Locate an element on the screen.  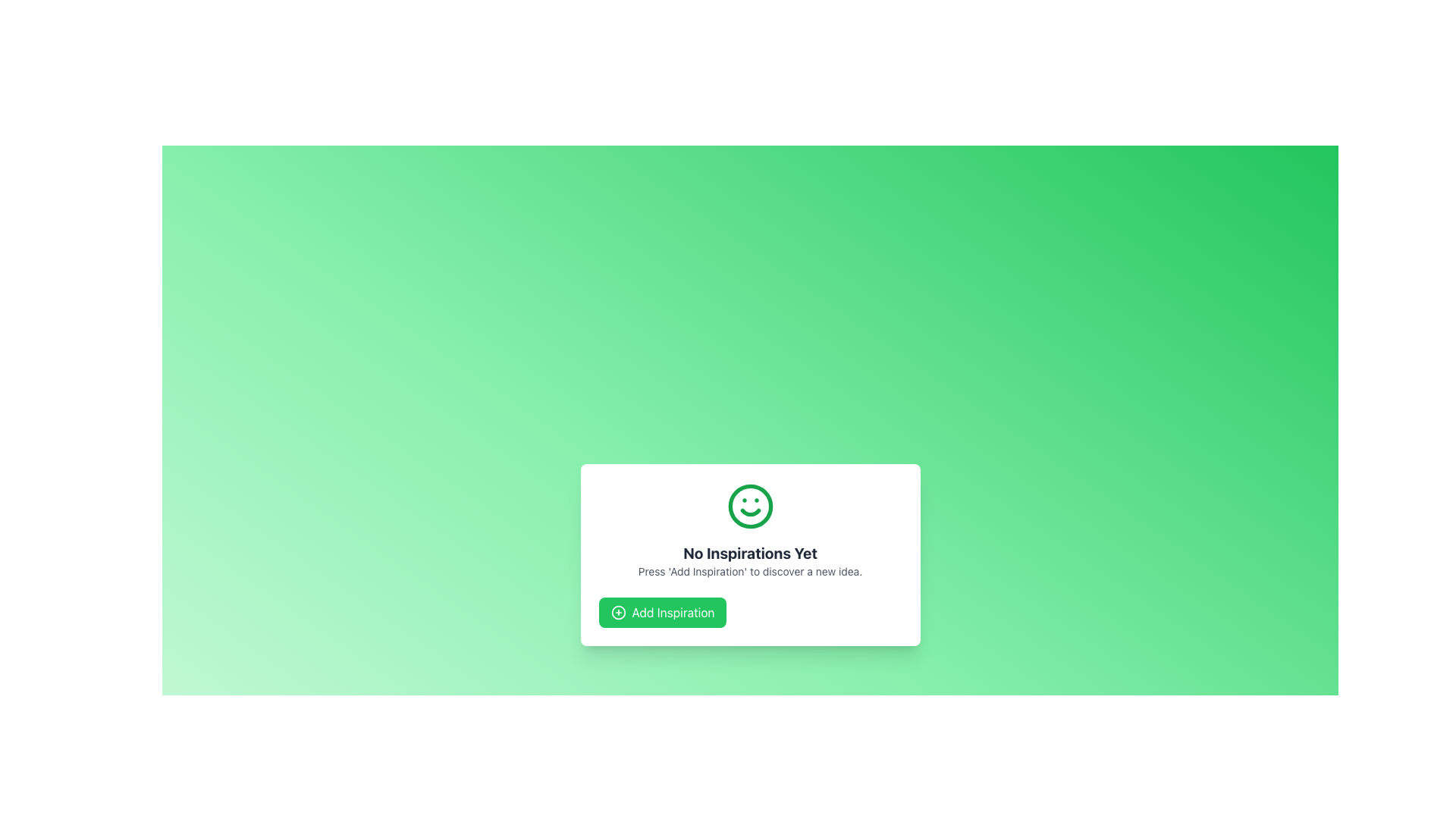
the circular icon that serves as a visual indicator for the action to add an inspiration, which is positioned as the first element within the 'Add Inspiration' button is located at coordinates (618, 611).